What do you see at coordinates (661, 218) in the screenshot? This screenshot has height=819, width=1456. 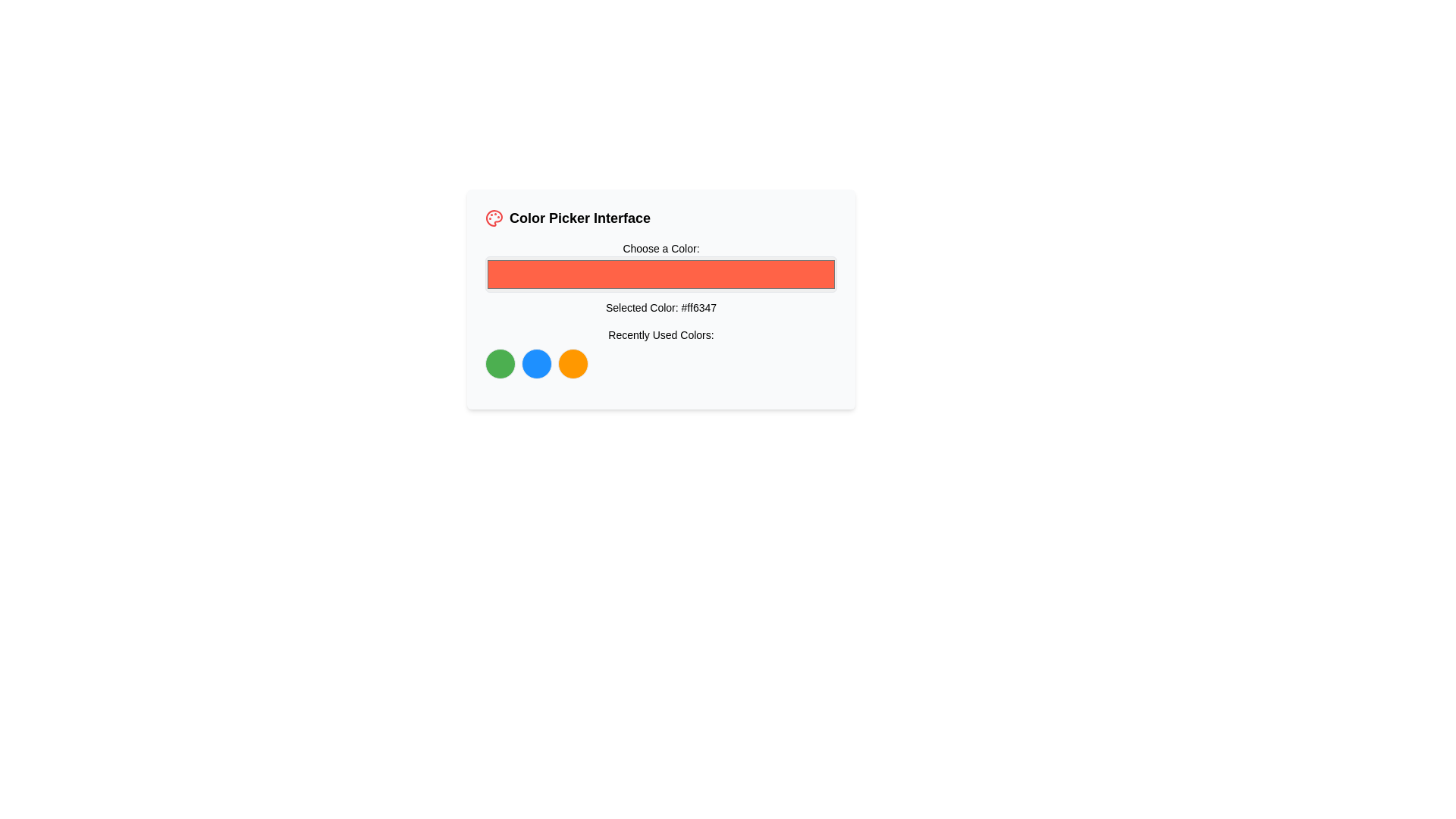 I see `the label that combines a red palette icon and the text 'Color Picker Interface', positioned above the 'Choose a Color:' label` at bounding box center [661, 218].